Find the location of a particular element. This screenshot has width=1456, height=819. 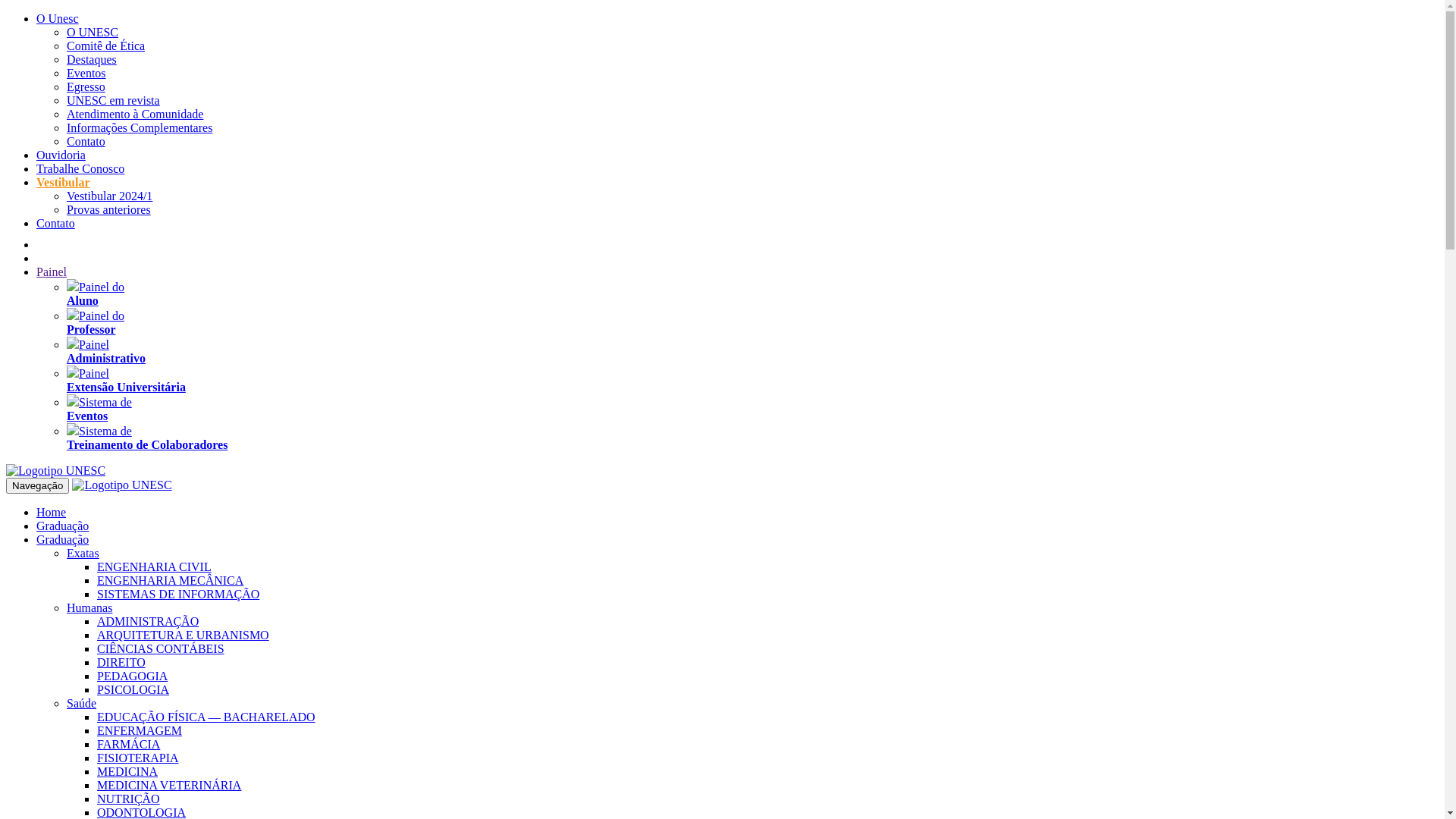

'Sistema de is located at coordinates (146, 438).